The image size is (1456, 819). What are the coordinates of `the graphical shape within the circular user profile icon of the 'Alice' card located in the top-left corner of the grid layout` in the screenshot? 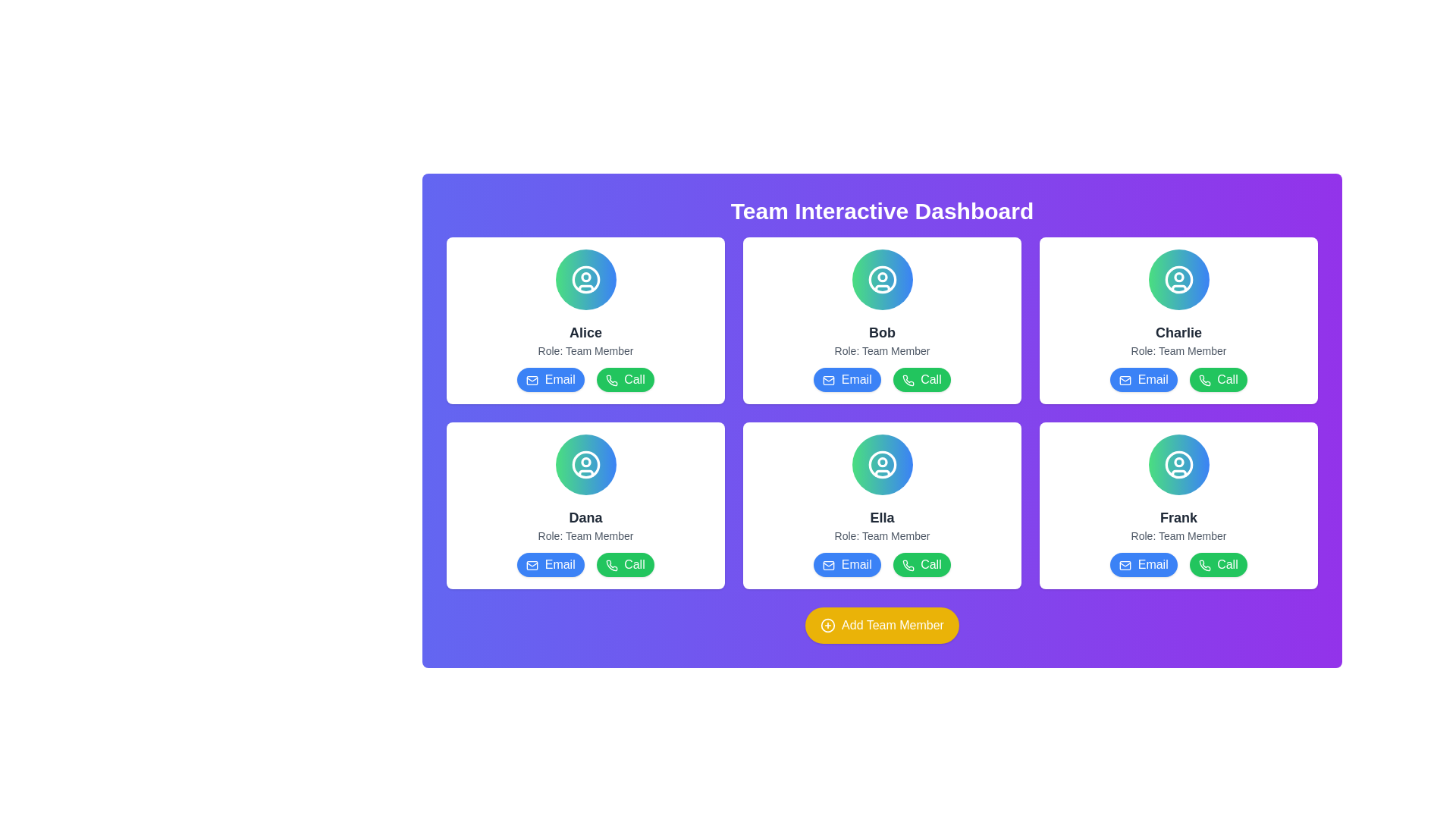 It's located at (585, 277).